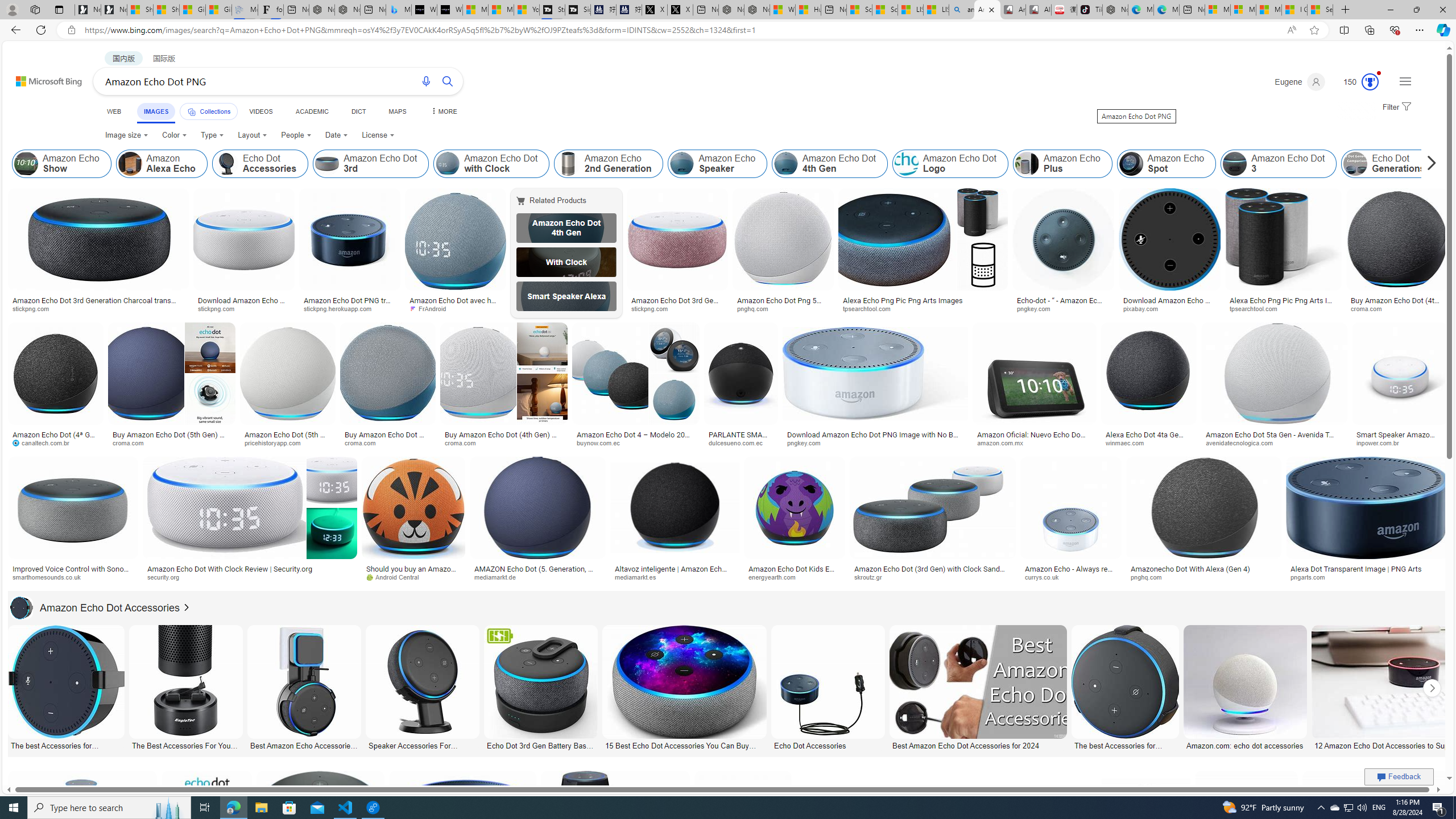 The image size is (1456, 819). Describe the element at coordinates (95, 607) in the screenshot. I see `'Amazon Echo Dot Accessories'` at that location.